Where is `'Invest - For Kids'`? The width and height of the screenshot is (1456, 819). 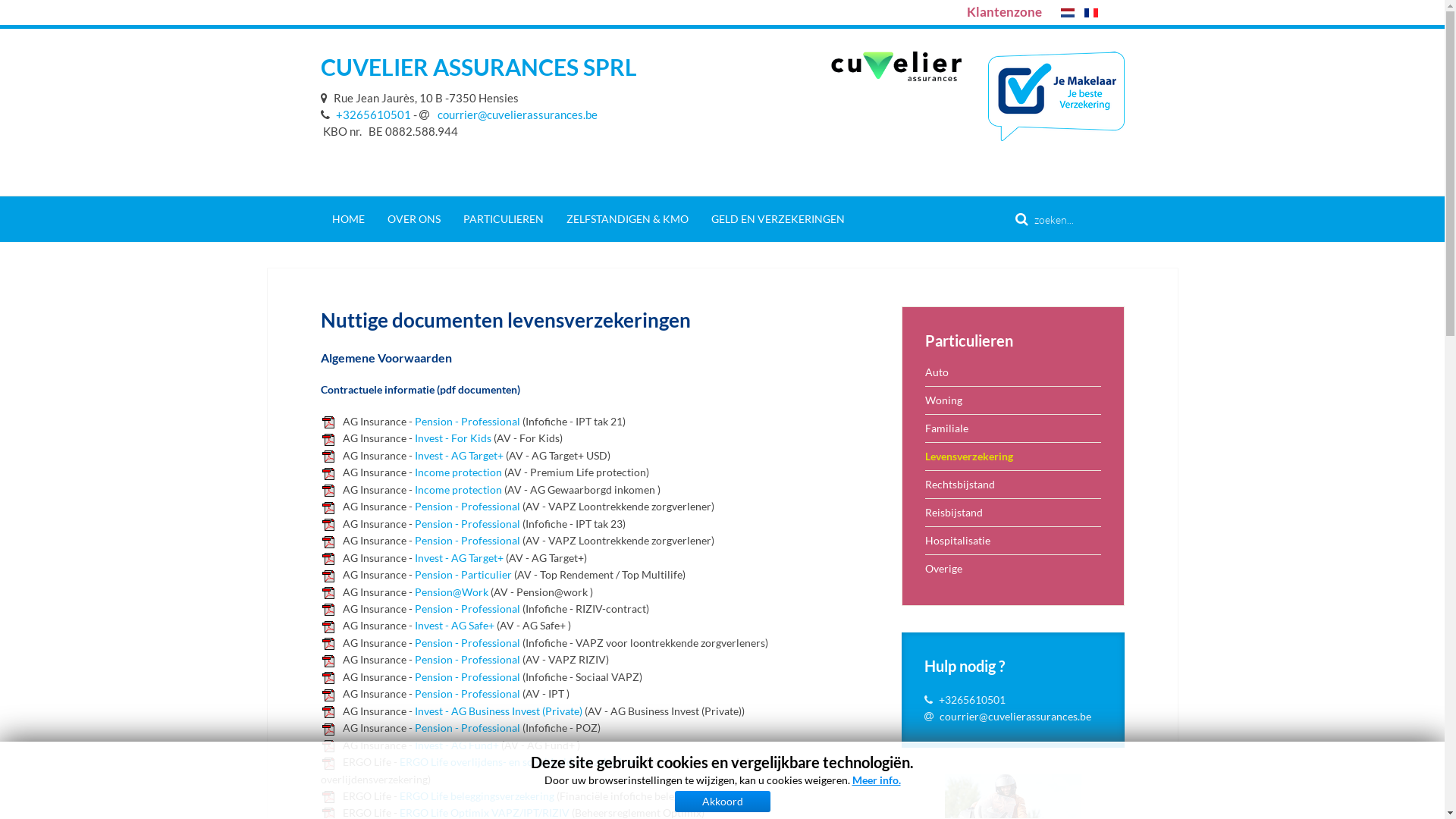 'Invest - For Kids' is located at coordinates (414, 438).